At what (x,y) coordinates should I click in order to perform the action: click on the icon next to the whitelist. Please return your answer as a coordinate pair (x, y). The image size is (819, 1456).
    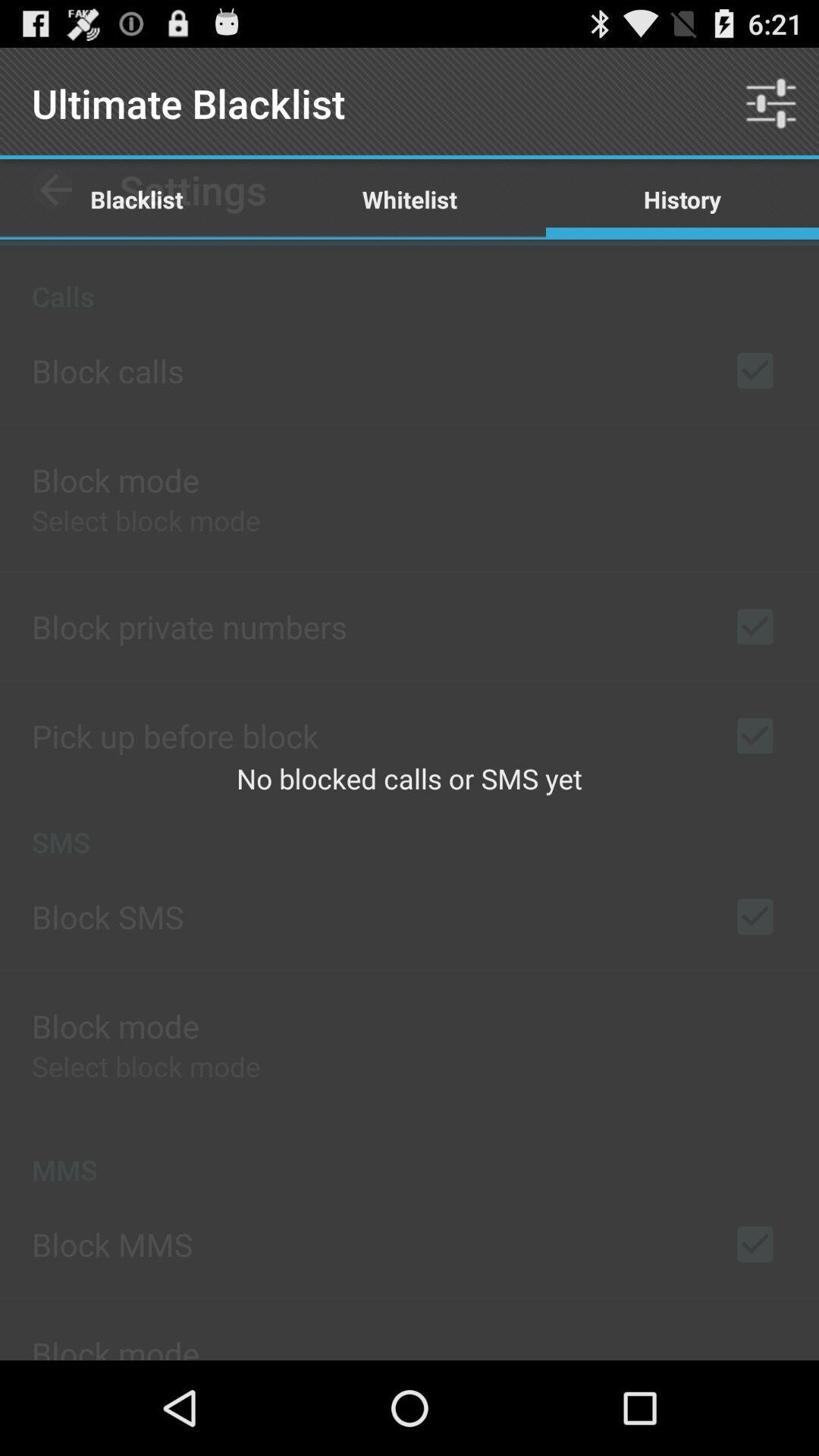
    Looking at the image, I should click on (681, 198).